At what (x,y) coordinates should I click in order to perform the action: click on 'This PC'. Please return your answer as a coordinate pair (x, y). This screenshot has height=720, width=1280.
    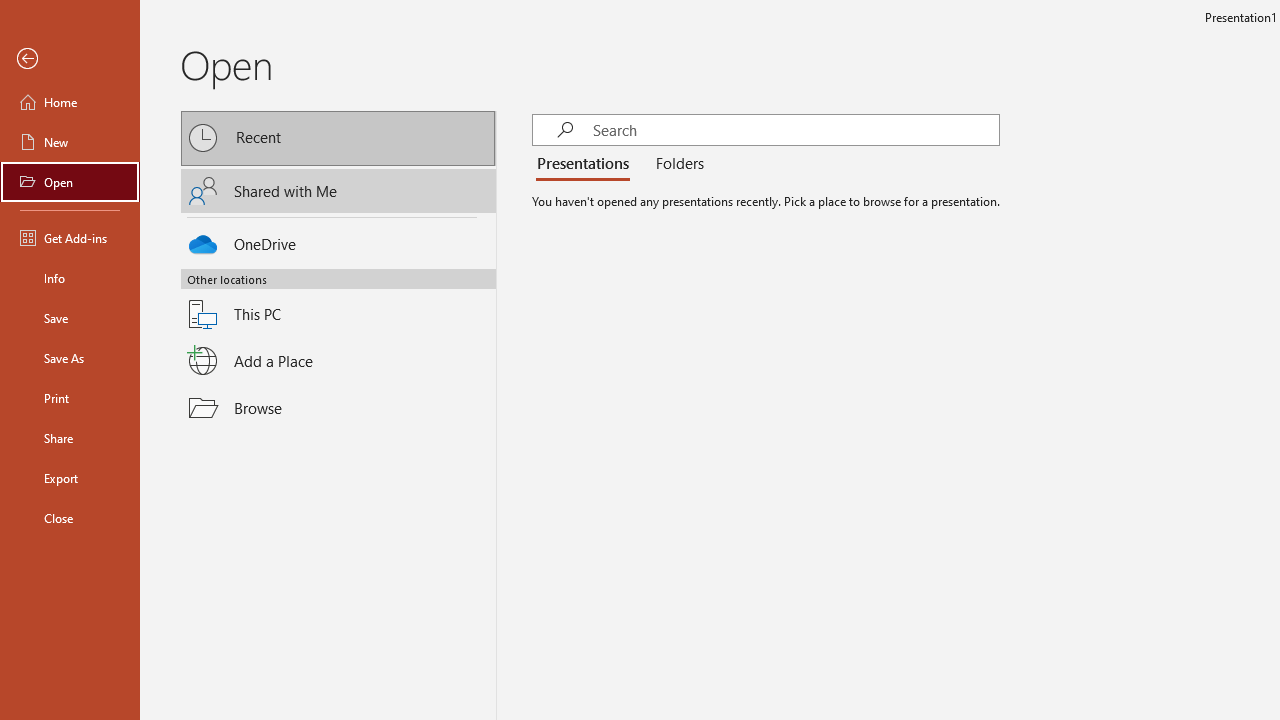
    Looking at the image, I should click on (338, 302).